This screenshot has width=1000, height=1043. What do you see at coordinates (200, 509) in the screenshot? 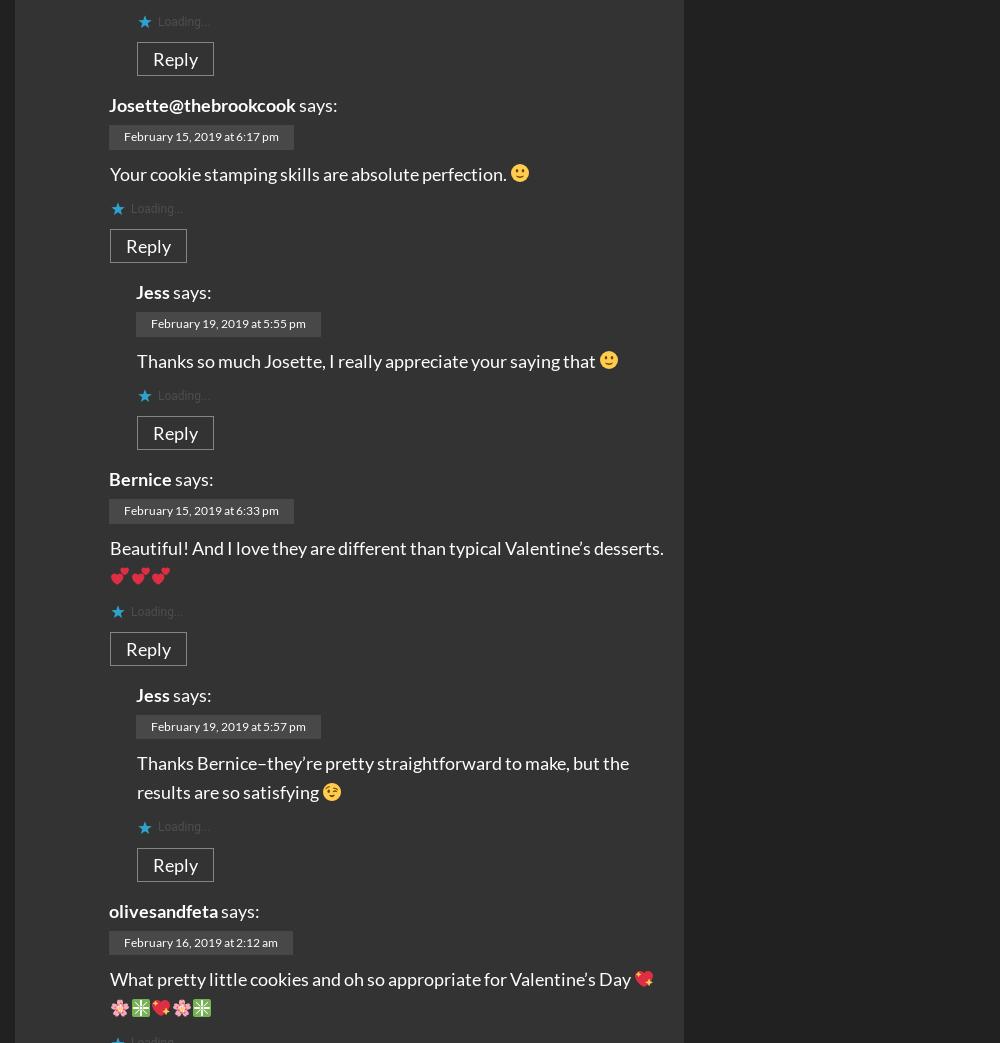
I see `'February 15, 2019 at 6:33 pm'` at bounding box center [200, 509].